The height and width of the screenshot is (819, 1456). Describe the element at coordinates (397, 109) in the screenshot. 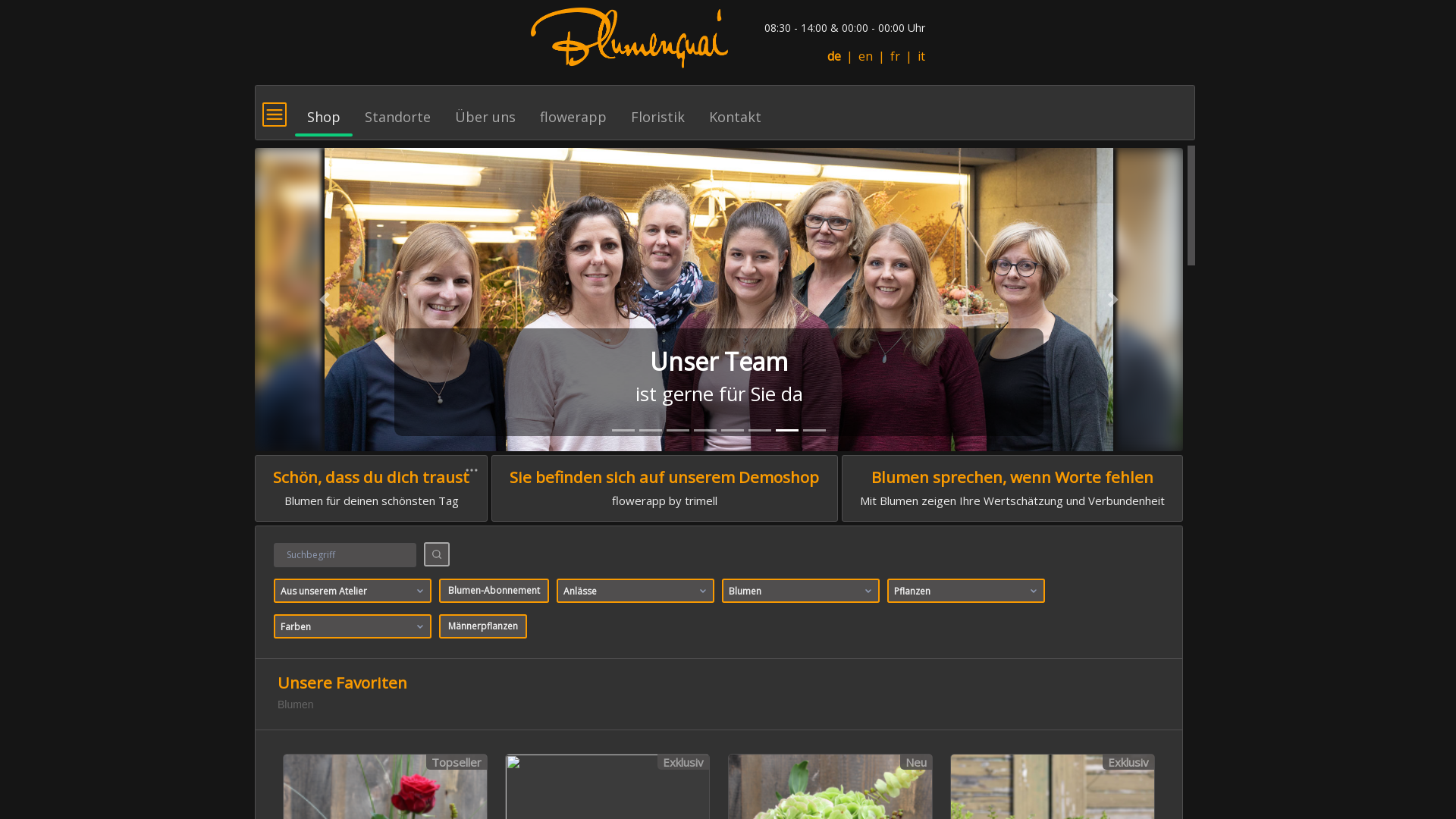

I see `'Standorte'` at that location.